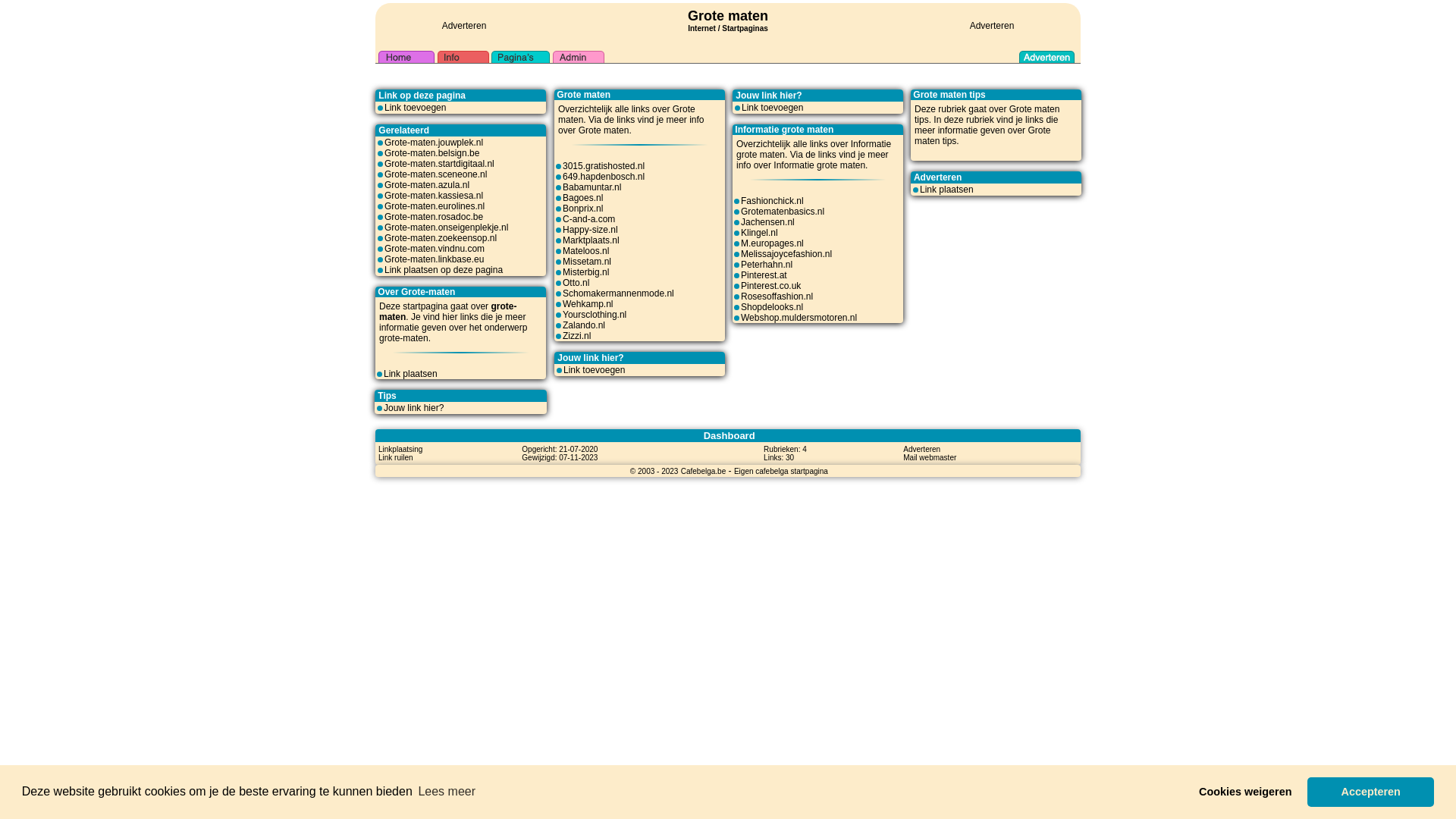 This screenshot has height=819, width=1456. I want to click on 'Bonprix.nl', so click(562, 208).